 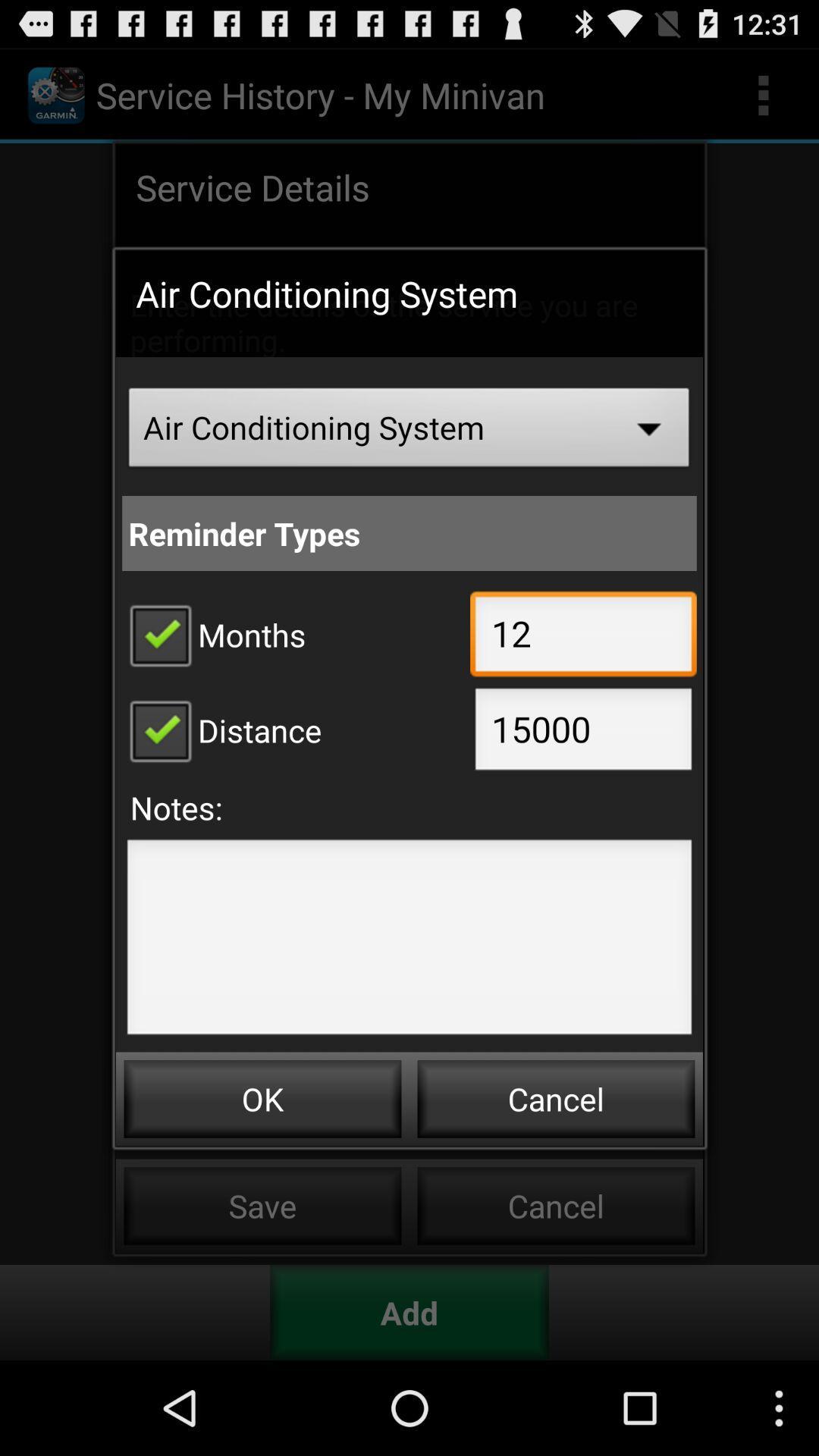 I want to click on note, so click(x=409, y=940).